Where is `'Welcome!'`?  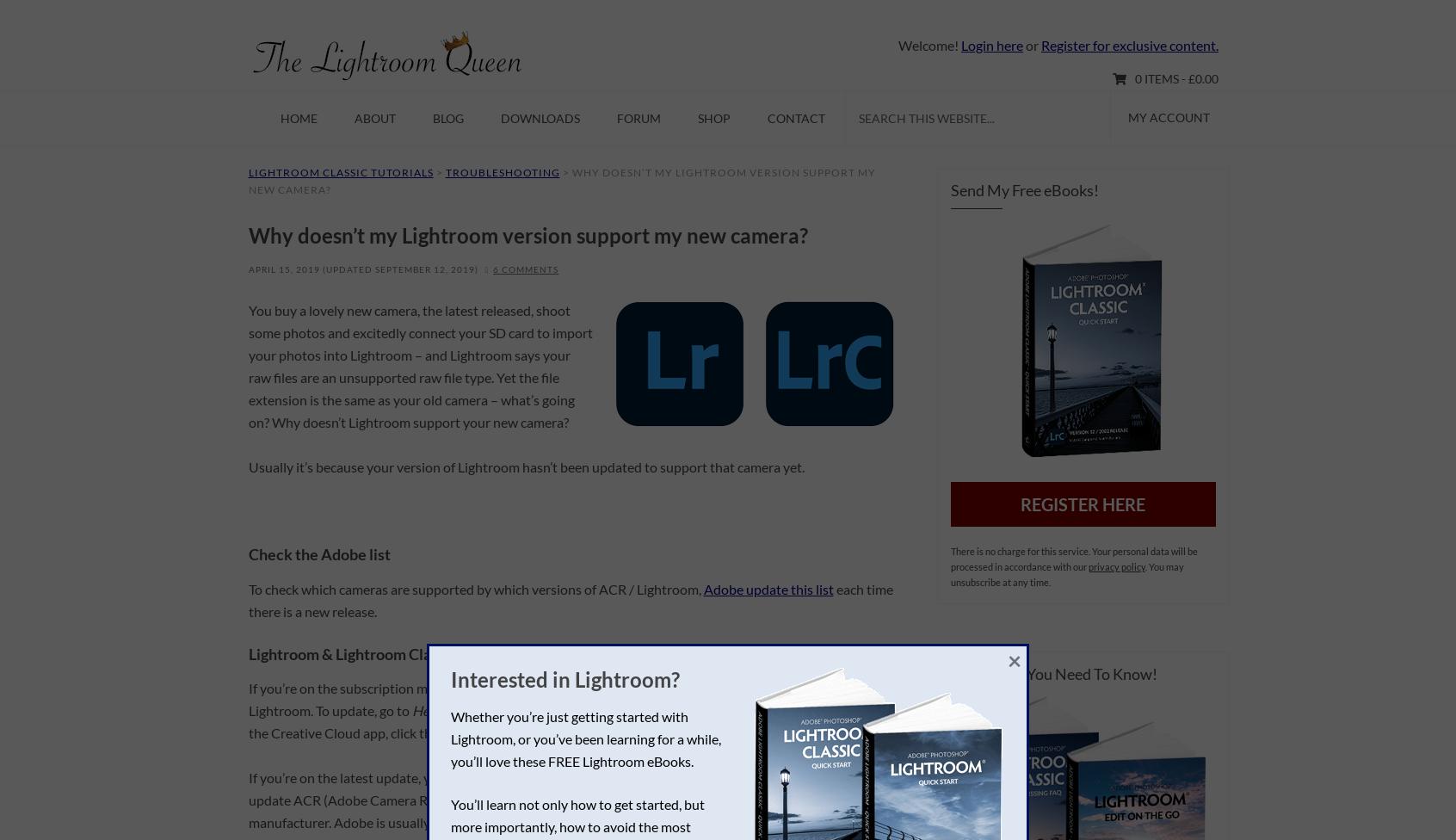 'Welcome!' is located at coordinates (929, 45).